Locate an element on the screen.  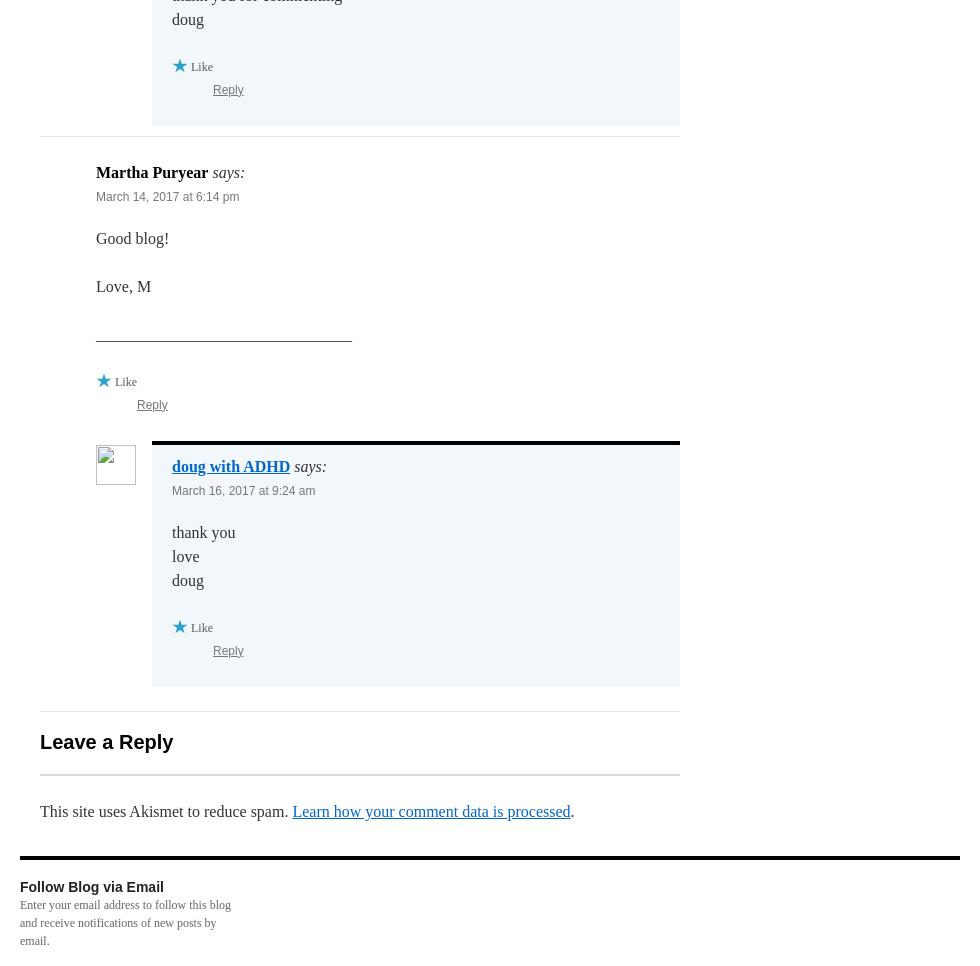
'March 14, 2017 at 6:14 pm' is located at coordinates (167, 196).